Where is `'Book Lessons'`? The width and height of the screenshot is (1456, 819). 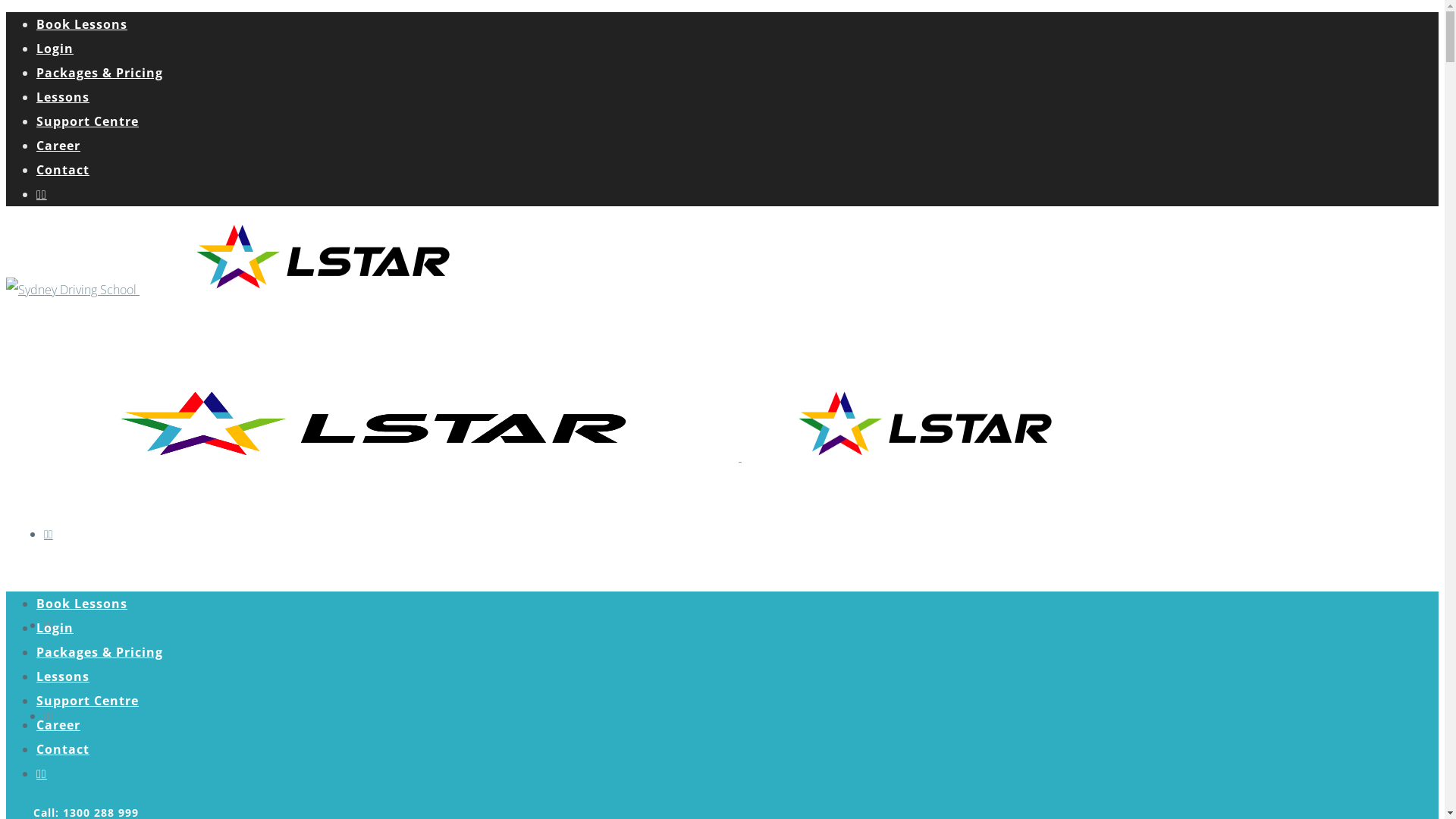
'Book Lessons' is located at coordinates (80, 602).